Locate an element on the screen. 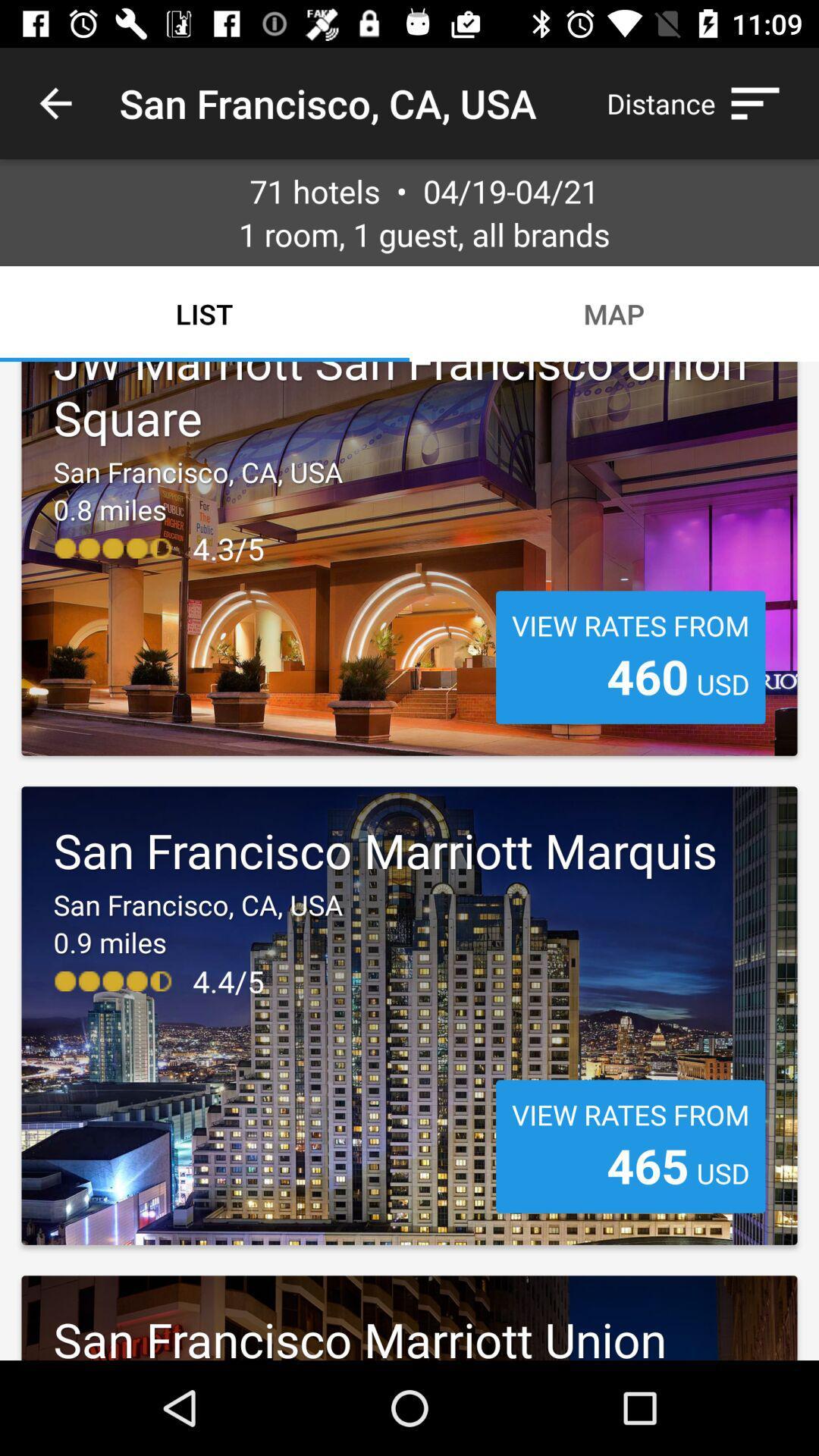 This screenshot has height=1456, width=819. item above 71 hotels 04 is located at coordinates (55, 102).